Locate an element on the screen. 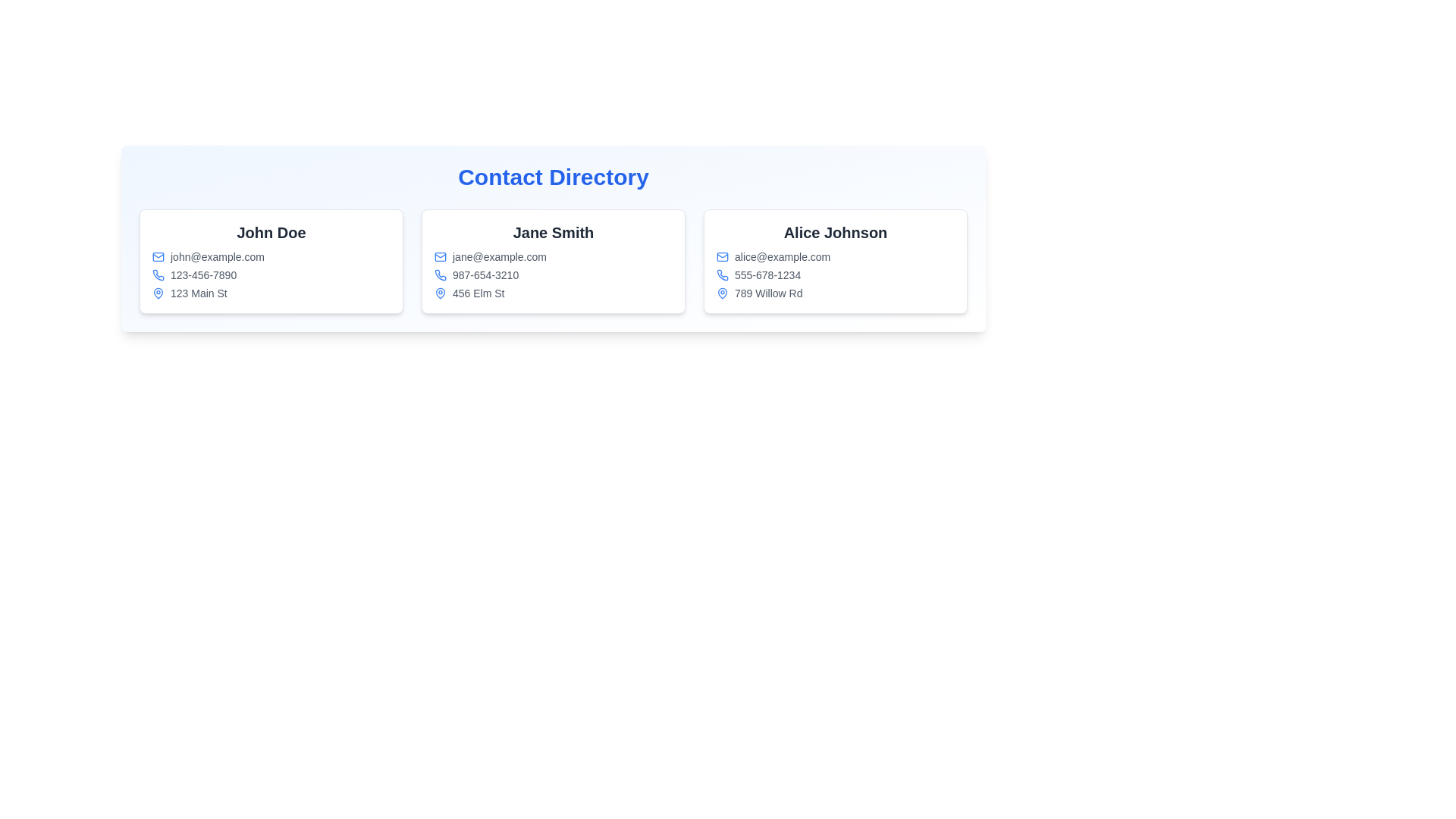  the informational card displaying contact information for 'Alice Johnson' located in the third column of the 'Contact Directory' section is located at coordinates (835, 260).